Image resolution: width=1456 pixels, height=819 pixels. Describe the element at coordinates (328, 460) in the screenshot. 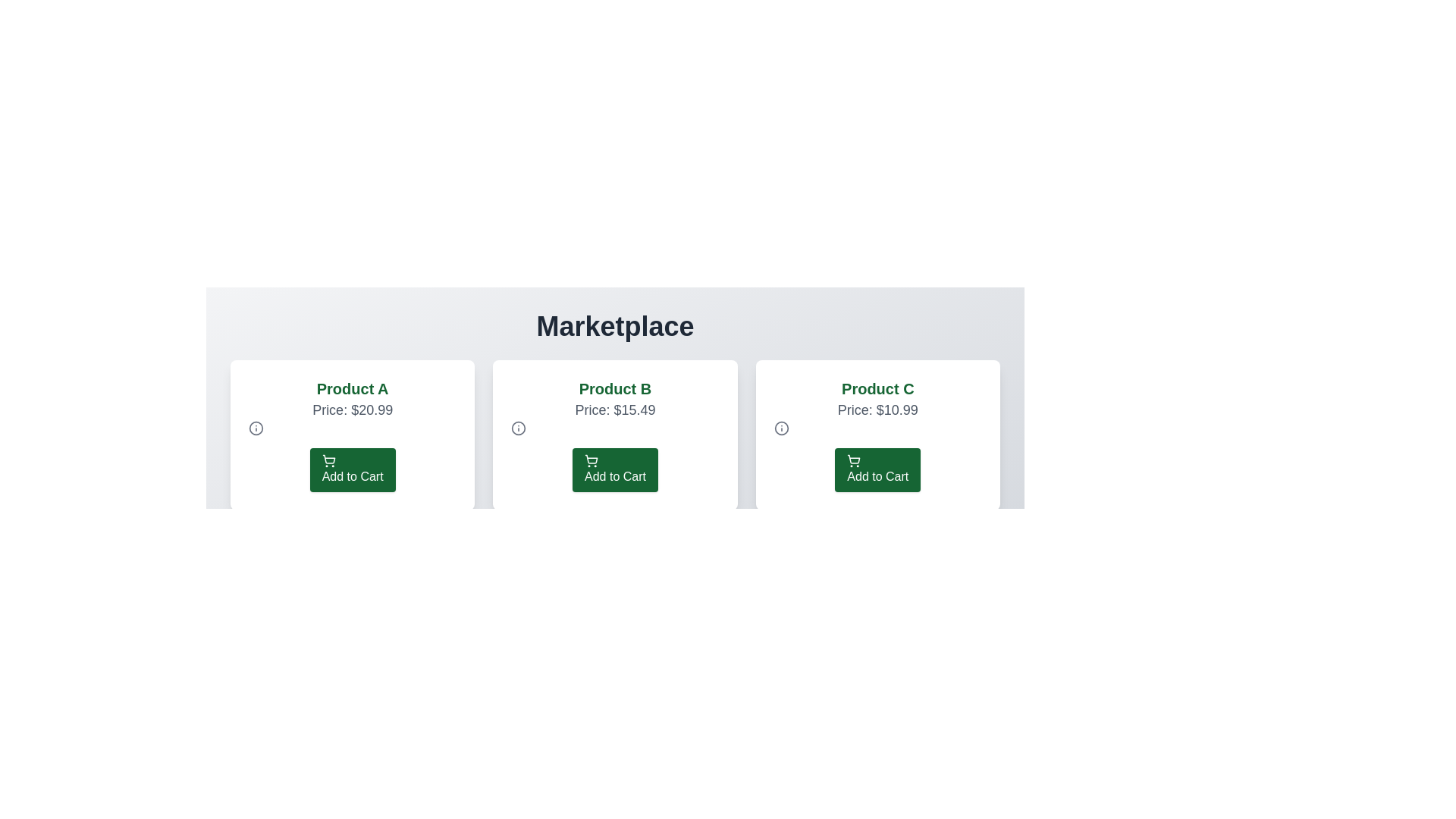

I see `the shopping cart icon outlined in white, which is positioned on a green rectangular button to the left of the 'Add to Cart' label below the 'Product A' card` at that location.